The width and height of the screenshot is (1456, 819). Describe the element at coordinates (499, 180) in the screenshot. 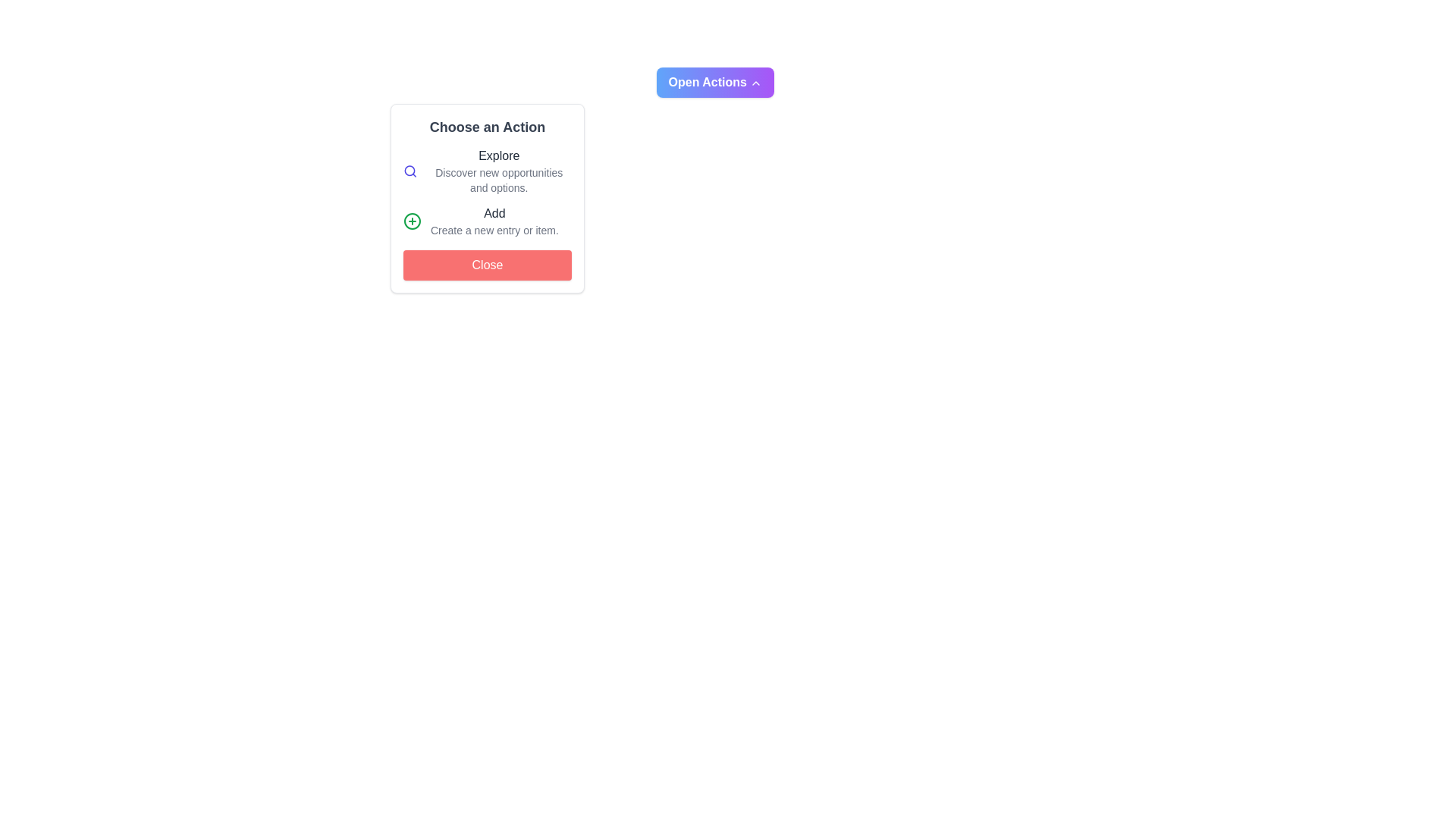

I see `the text label that reads 'Discover new opportunities and options.' which is styled in gray and located directly below the 'Explore' heading in the modal dialog titled 'Choose an Action'` at that location.